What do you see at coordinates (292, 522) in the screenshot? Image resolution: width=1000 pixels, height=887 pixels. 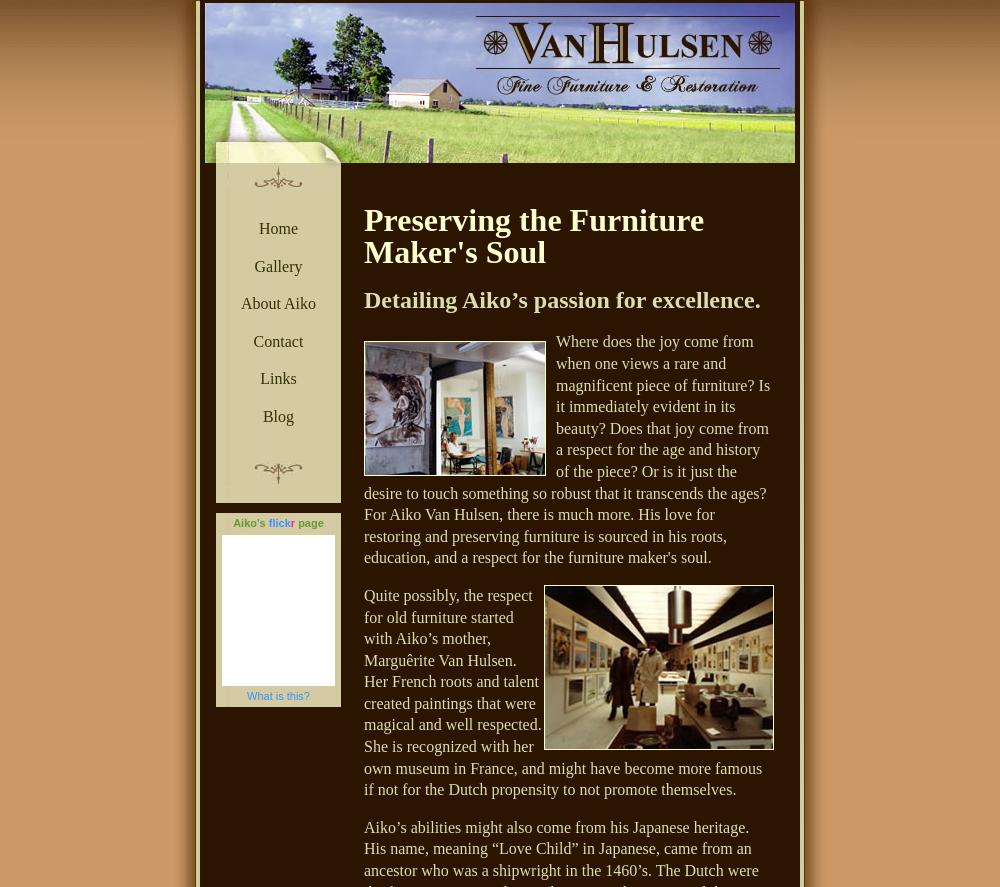 I see `'r'` at bounding box center [292, 522].